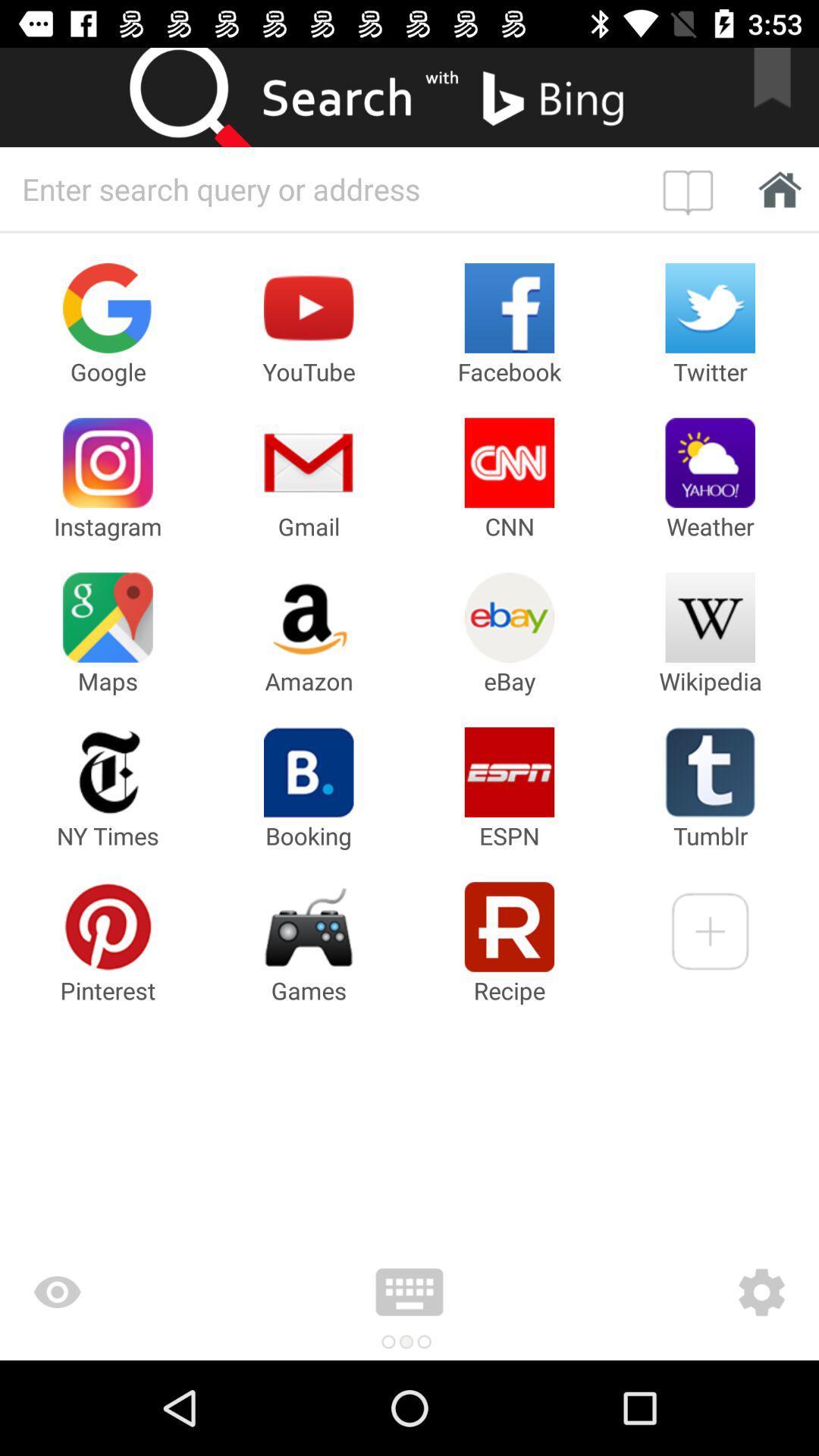 This screenshot has width=819, height=1456. Describe the element at coordinates (692, 188) in the screenshot. I see `the book icon` at that location.